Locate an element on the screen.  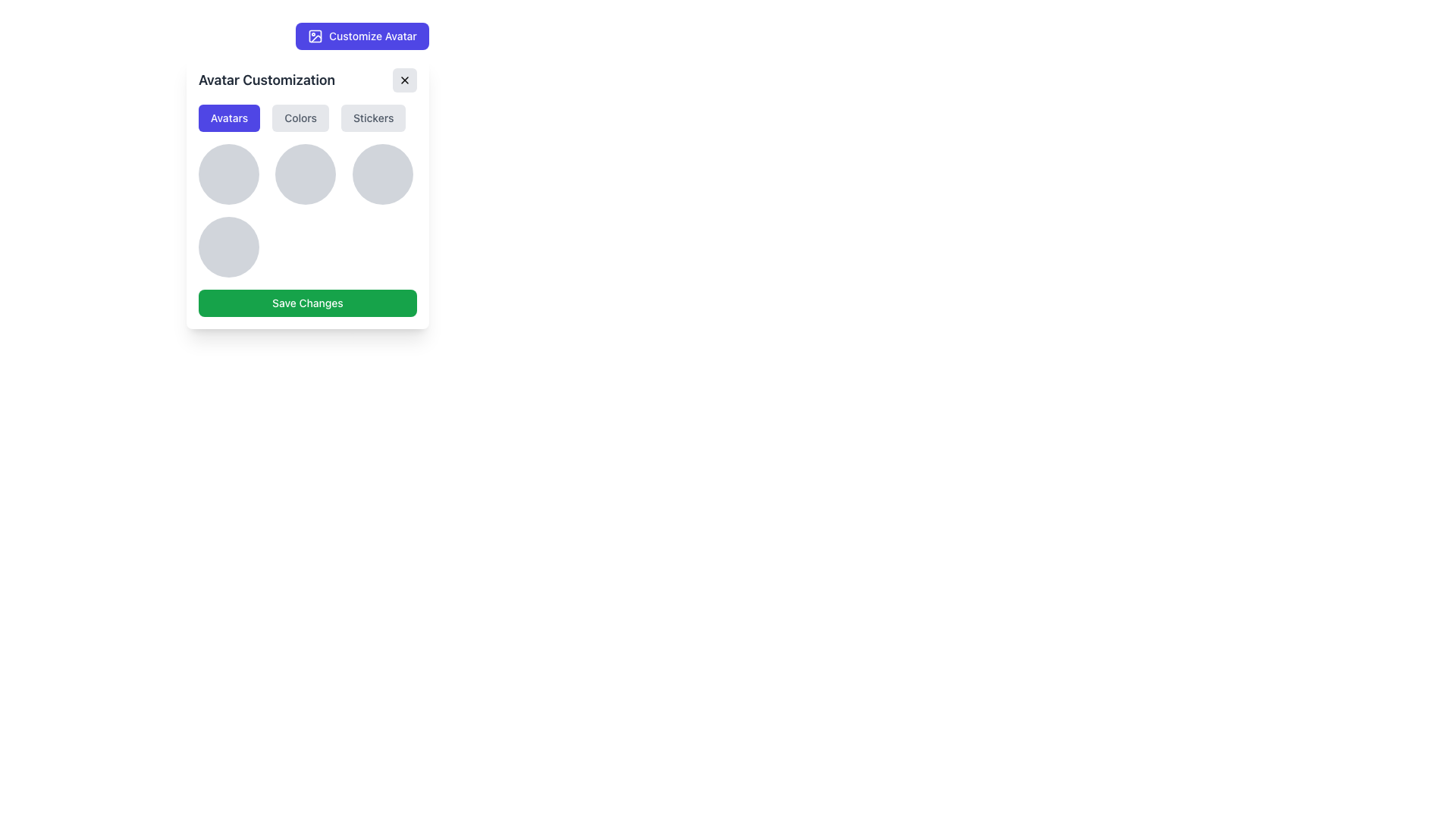
the 'Stickers' button located below the 'Avatar Customization' title is located at coordinates (373, 117).